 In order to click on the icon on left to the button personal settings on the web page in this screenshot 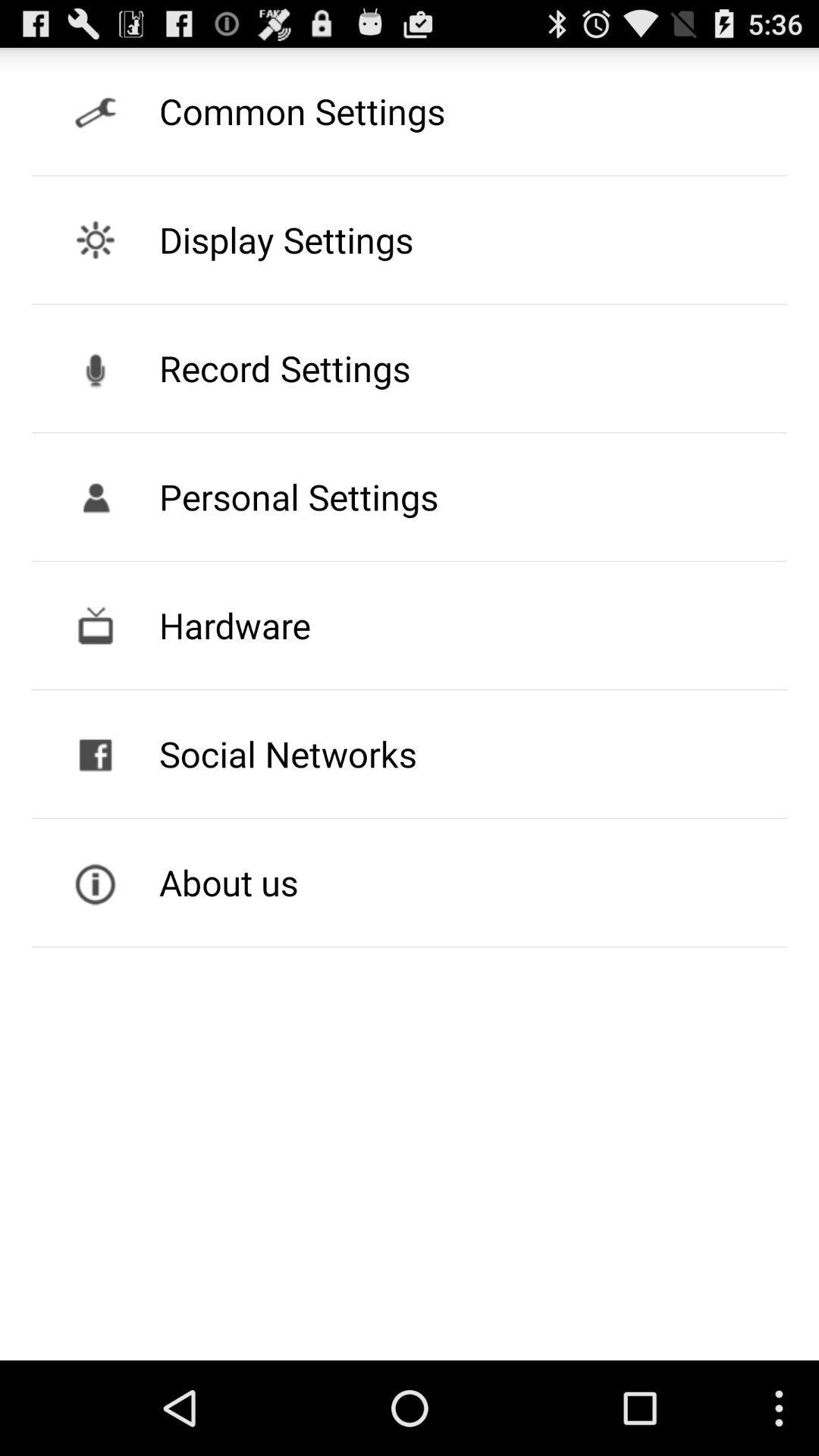, I will do `click(96, 497)`.